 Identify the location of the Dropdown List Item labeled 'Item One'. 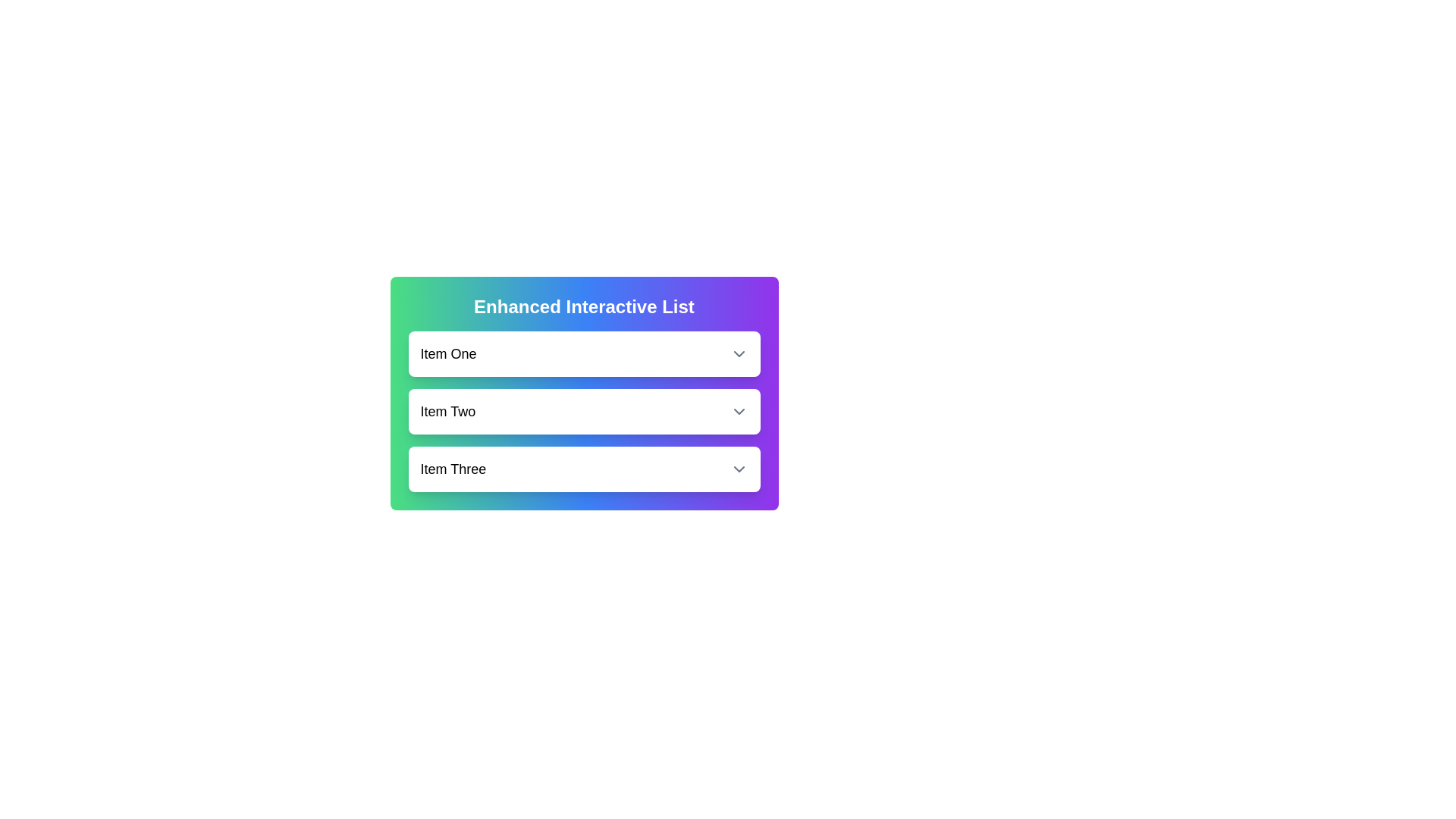
(583, 353).